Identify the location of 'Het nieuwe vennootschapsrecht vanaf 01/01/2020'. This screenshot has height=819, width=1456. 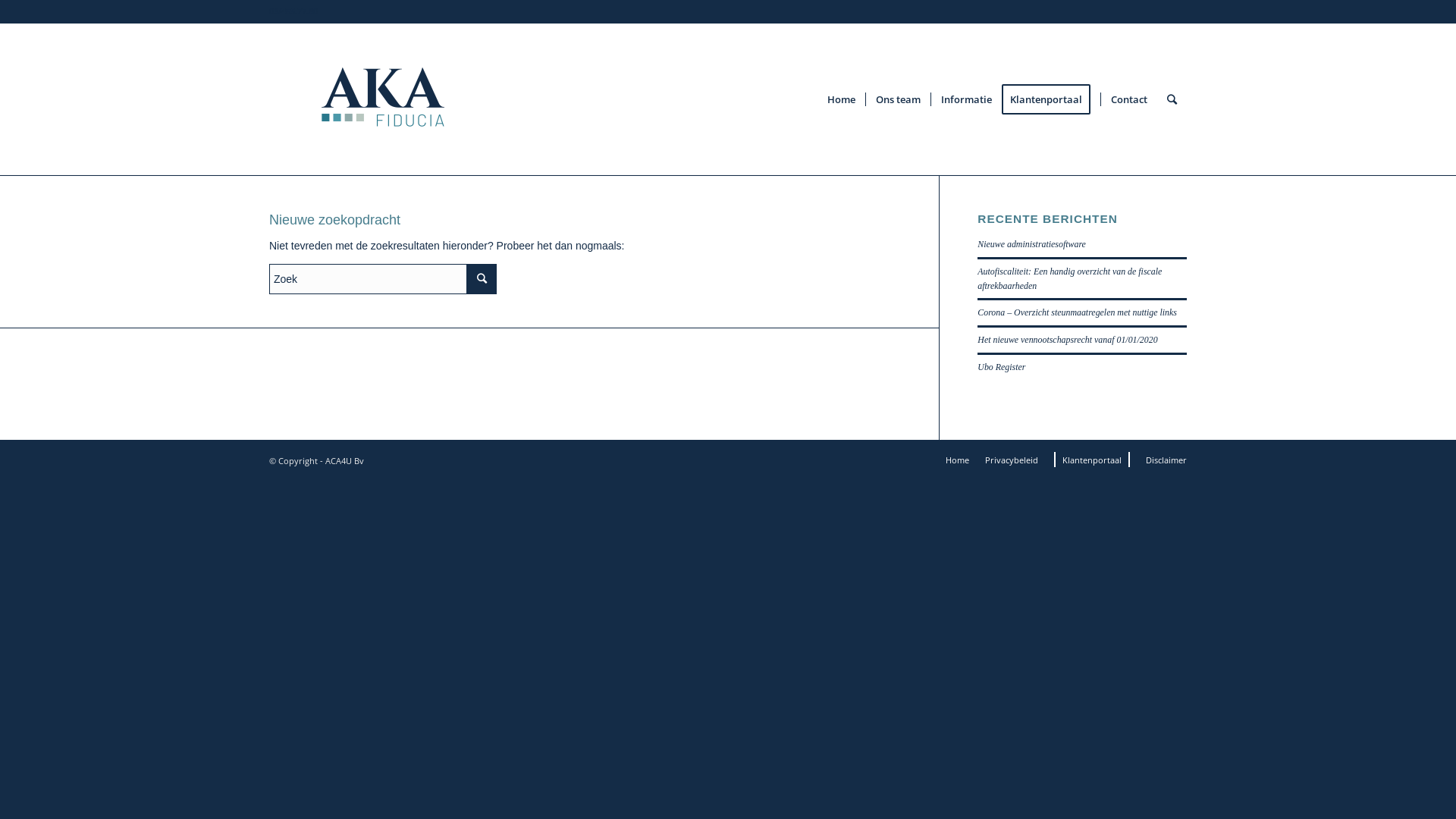
(977, 338).